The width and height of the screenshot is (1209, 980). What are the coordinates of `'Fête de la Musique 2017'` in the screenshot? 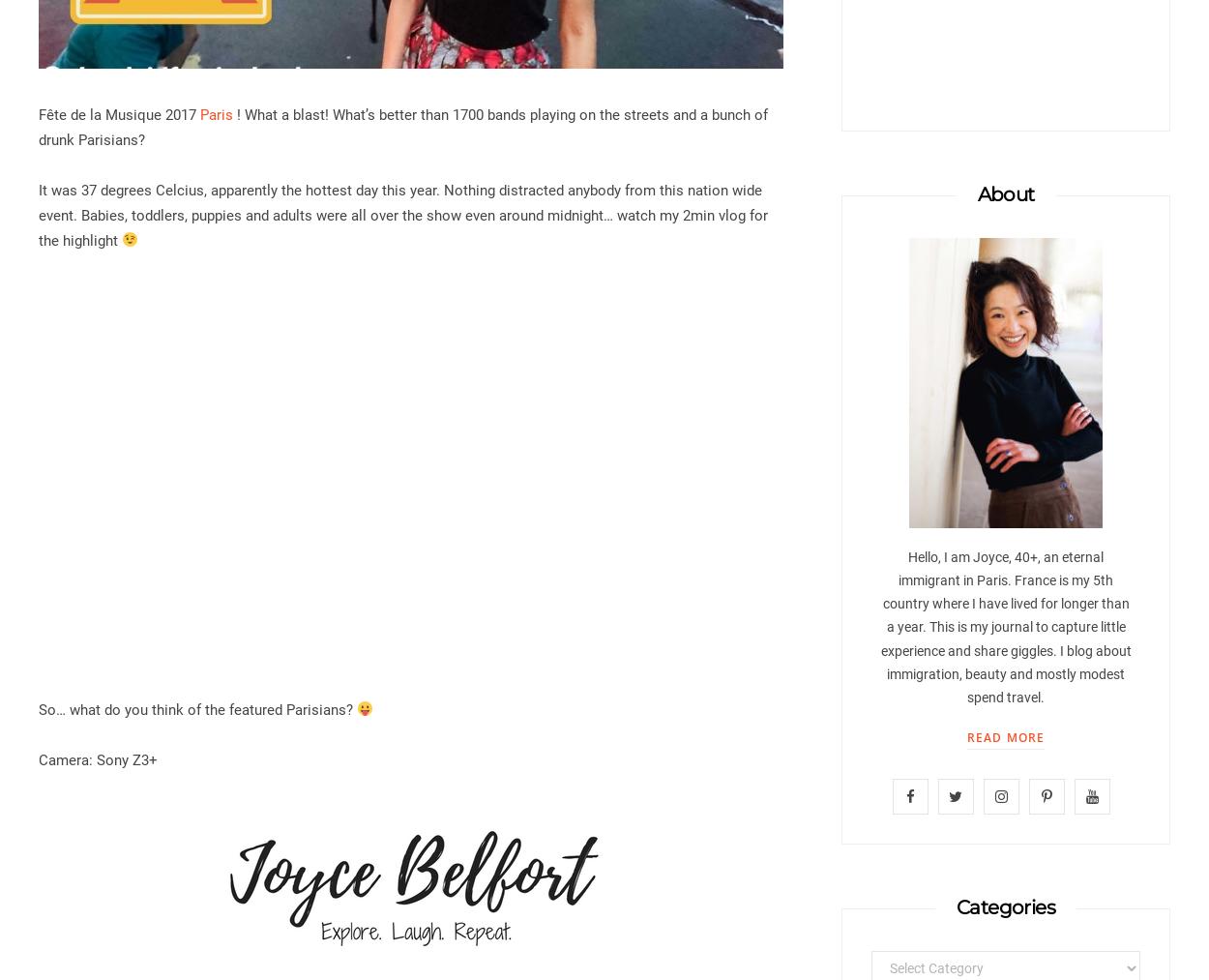 It's located at (39, 114).